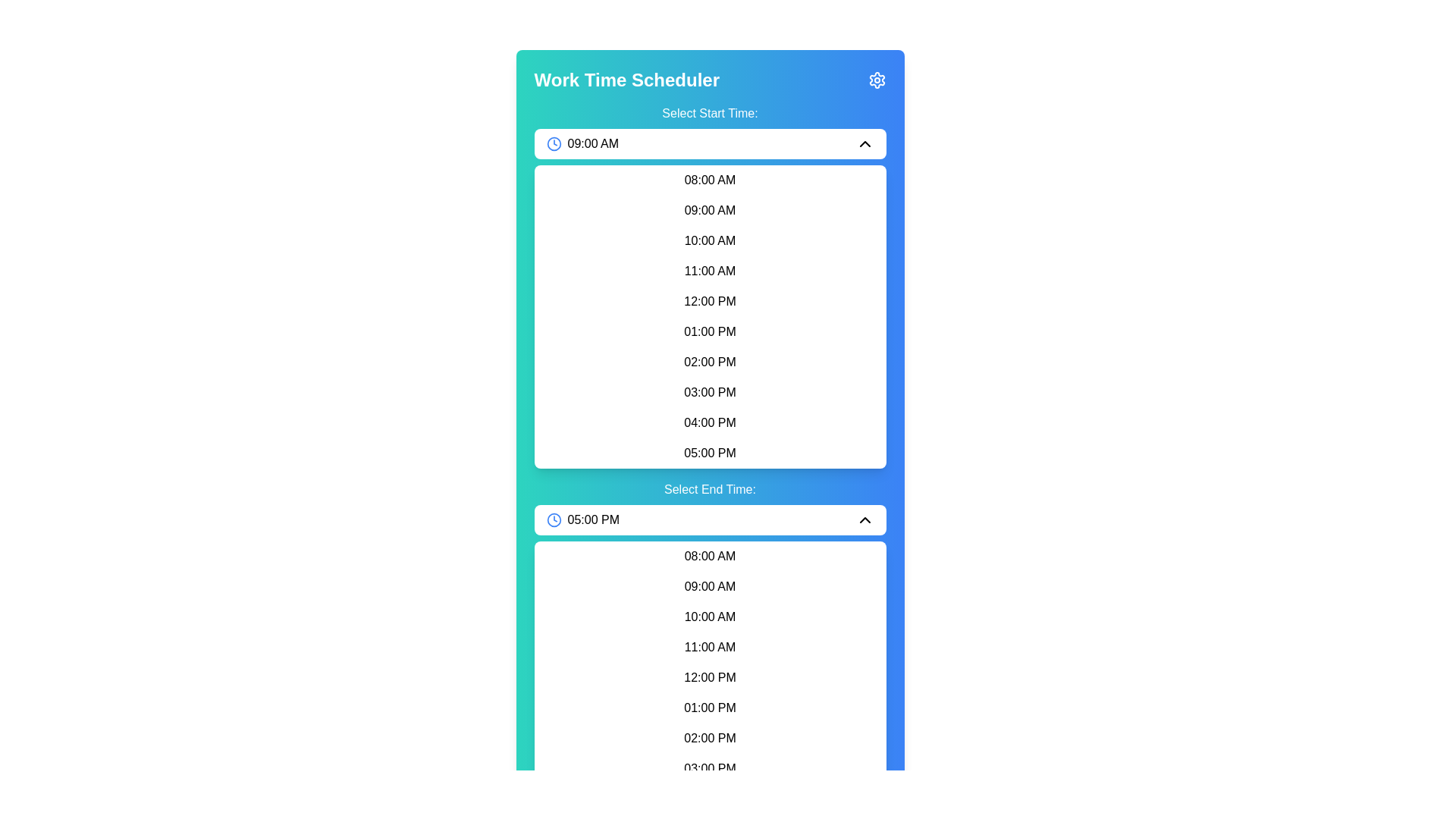 This screenshot has width=1456, height=819. I want to click on the 6th selectable time option in the dropdown for choosing an end time, located below the 'Select End Time' label, between '12:00 PM' and '02:00 PM', so click(709, 708).